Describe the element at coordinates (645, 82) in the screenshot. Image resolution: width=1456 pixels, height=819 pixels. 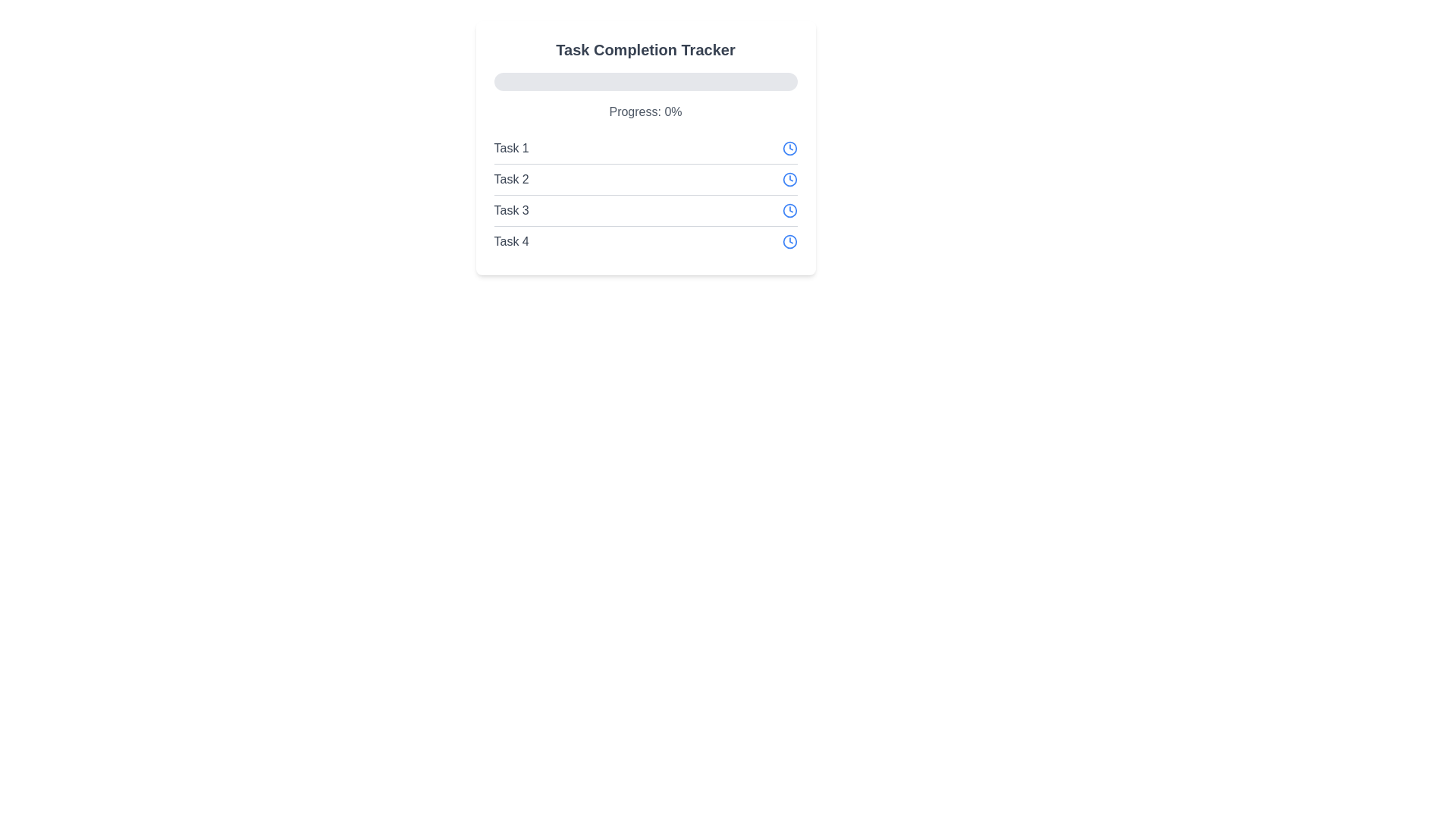
I see `the progress bar located beneath 'Task Completion Tracker' and above 'Progress: 0%'` at that location.